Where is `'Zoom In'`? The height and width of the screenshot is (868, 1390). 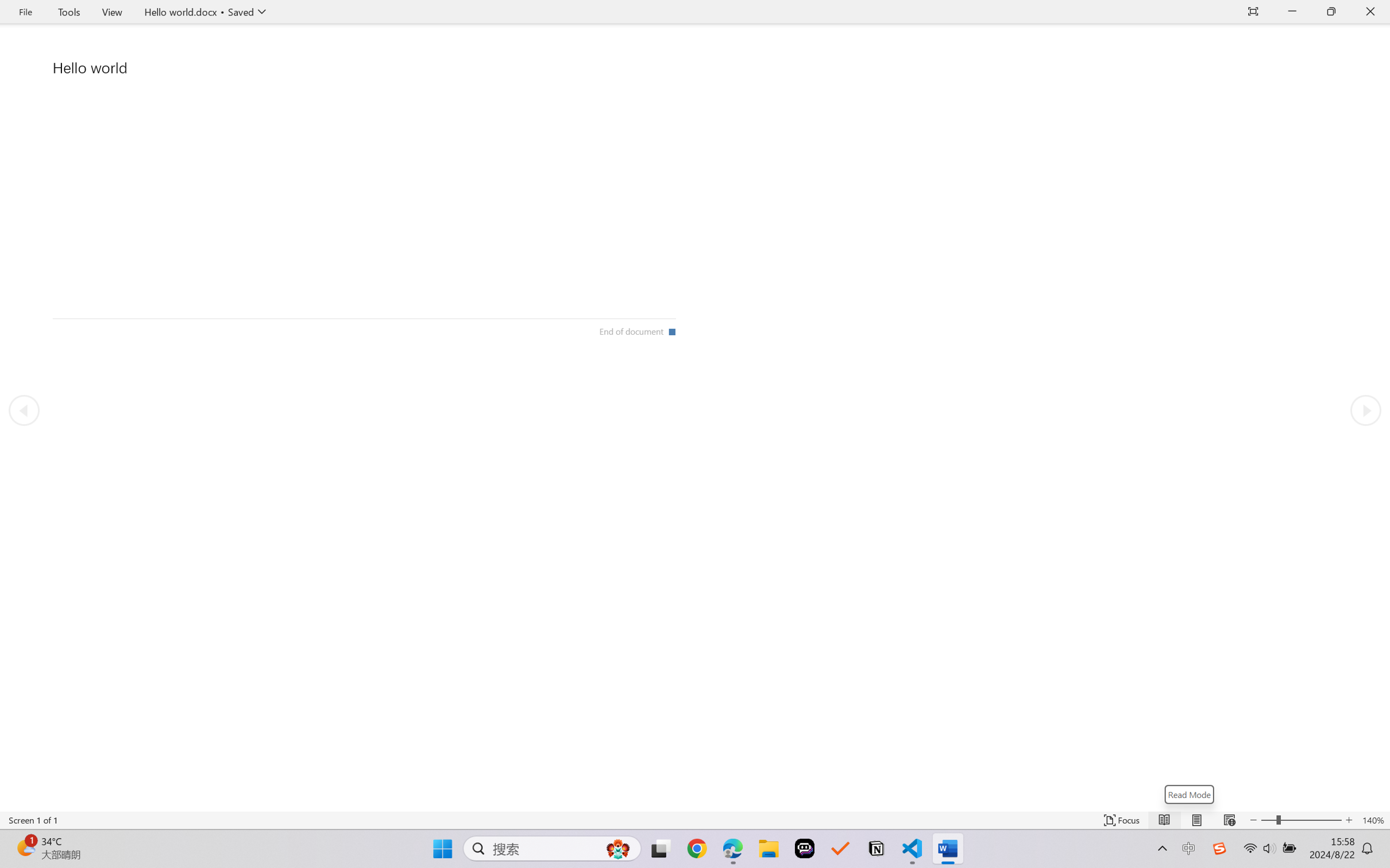 'Zoom In' is located at coordinates (1311, 820).